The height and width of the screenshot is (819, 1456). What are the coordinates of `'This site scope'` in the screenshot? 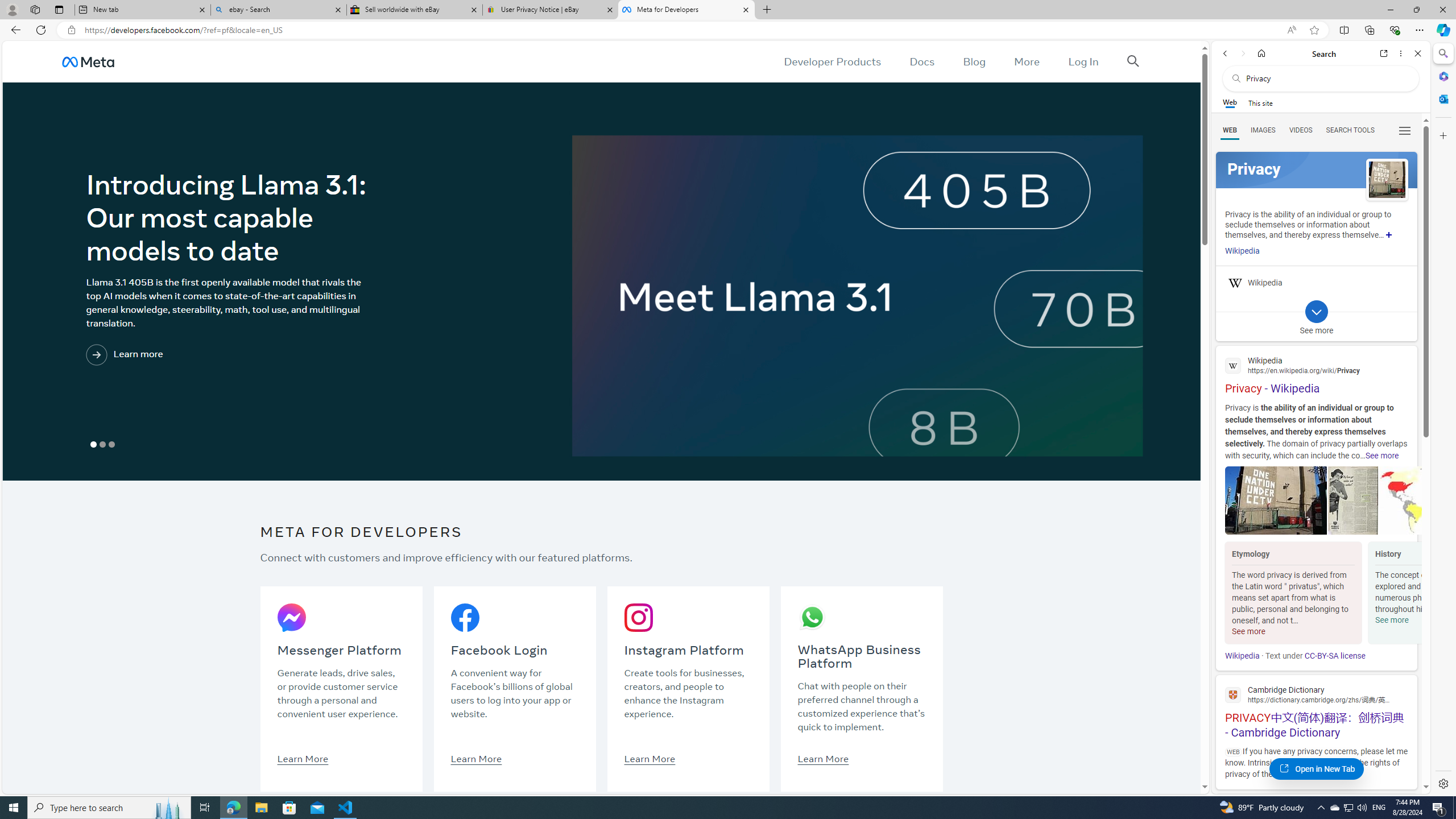 It's located at (1259, 102).